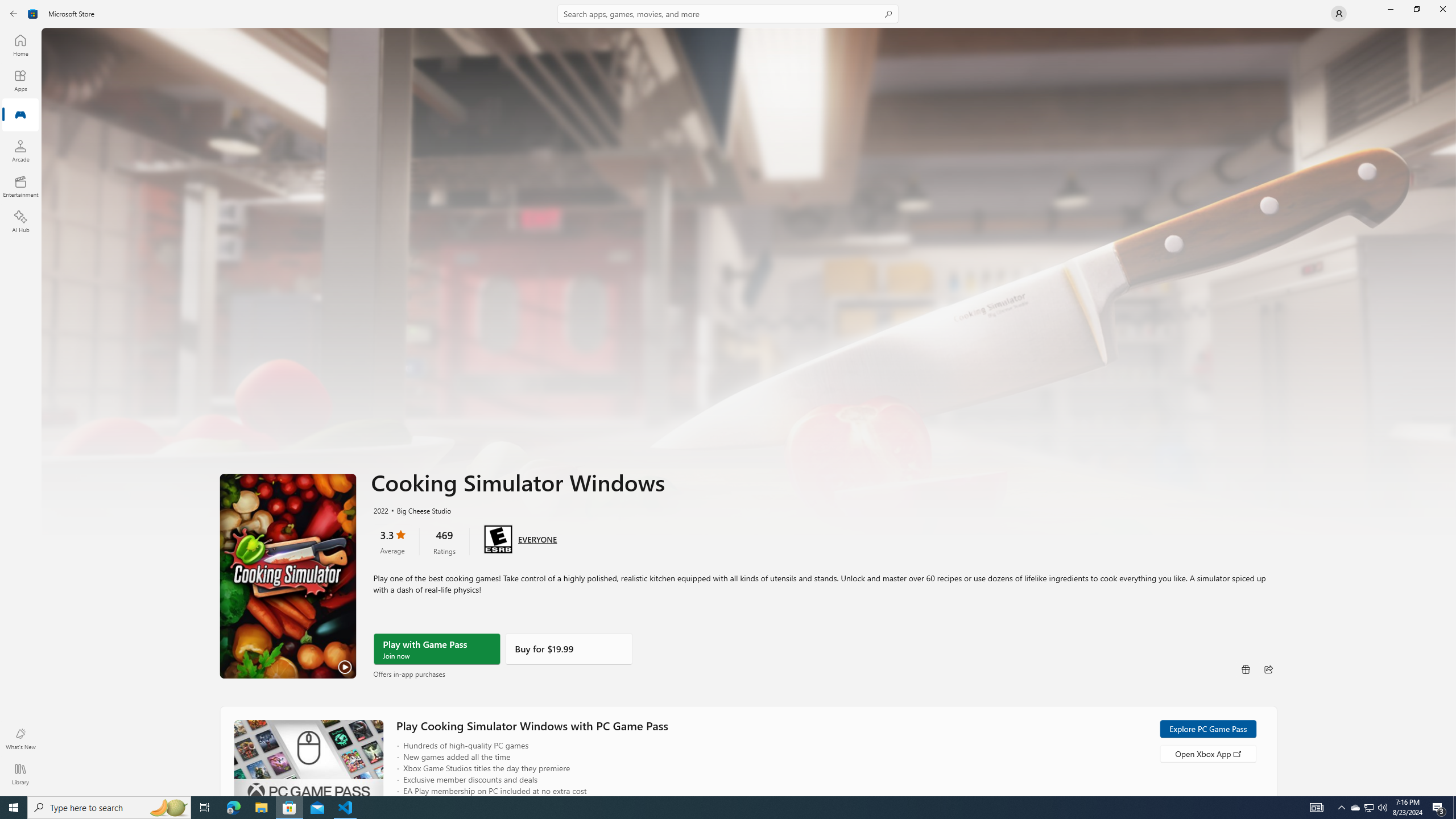  I want to click on 'Back', so click(14, 13).